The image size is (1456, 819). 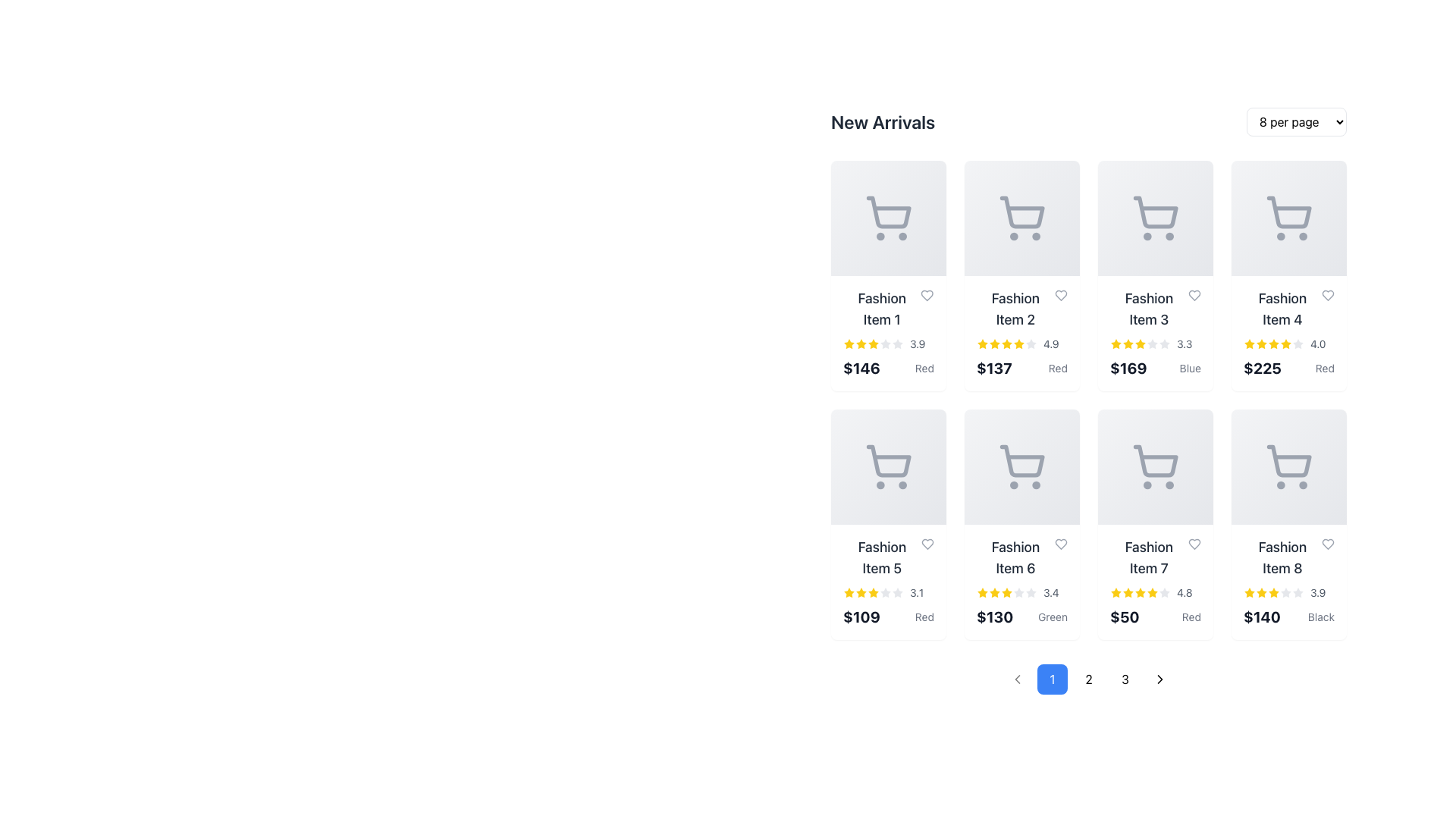 I want to click on the text label that serves as the title of the sixth item in the second row of the product grid, positioned below 'Fashion Item 5' and to the left of 'Fashion Item 7', so click(x=1015, y=558).